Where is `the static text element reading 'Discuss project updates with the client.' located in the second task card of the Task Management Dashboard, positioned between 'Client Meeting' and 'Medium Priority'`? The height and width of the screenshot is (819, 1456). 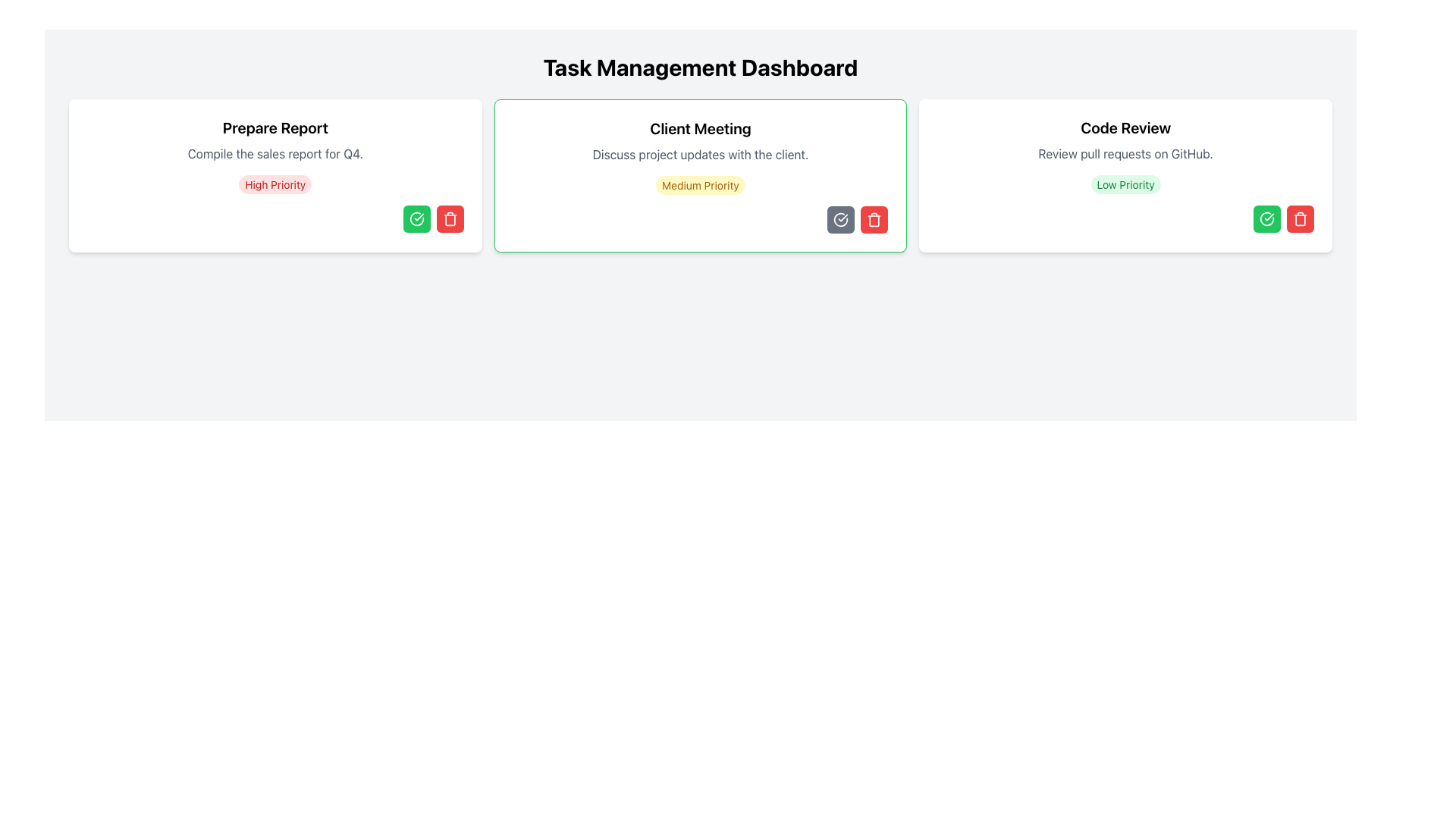
the static text element reading 'Discuss project updates with the client.' located in the second task card of the Task Management Dashboard, positioned between 'Client Meeting' and 'Medium Priority' is located at coordinates (699, 155).